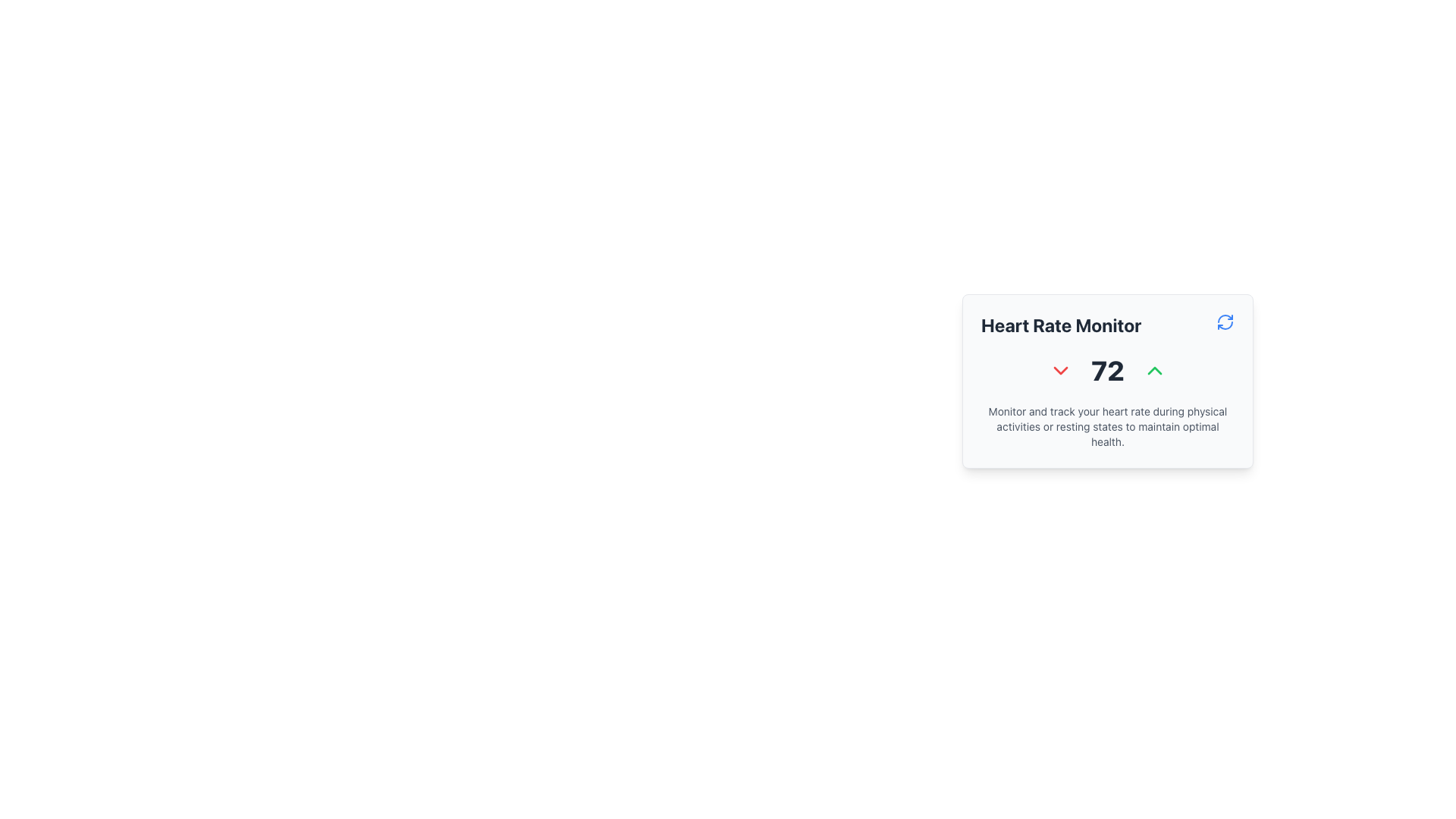 The height and width of the screenshot is (819, 1456). What do you see at coordinates (1225, 325) in the screenshot?
I see `the bottom-right portion of the circular arrow icon representing a refresh or reload function in the heart rate monitoring card` at bounding box center [1225, 325].